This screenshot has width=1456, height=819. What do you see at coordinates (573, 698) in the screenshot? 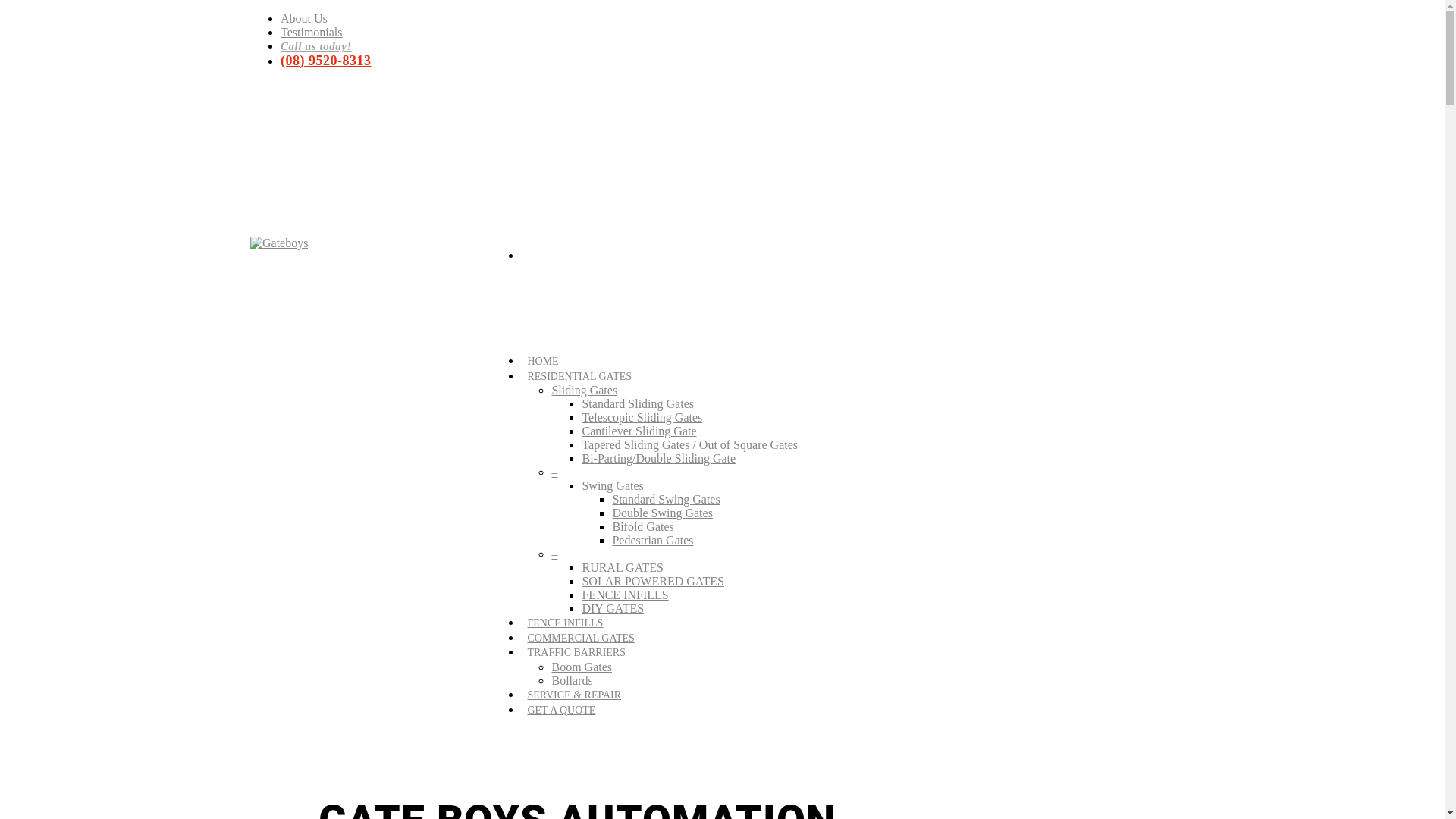
I see `'SERVICE & REPAIR'` at bounding box center [573, 698].